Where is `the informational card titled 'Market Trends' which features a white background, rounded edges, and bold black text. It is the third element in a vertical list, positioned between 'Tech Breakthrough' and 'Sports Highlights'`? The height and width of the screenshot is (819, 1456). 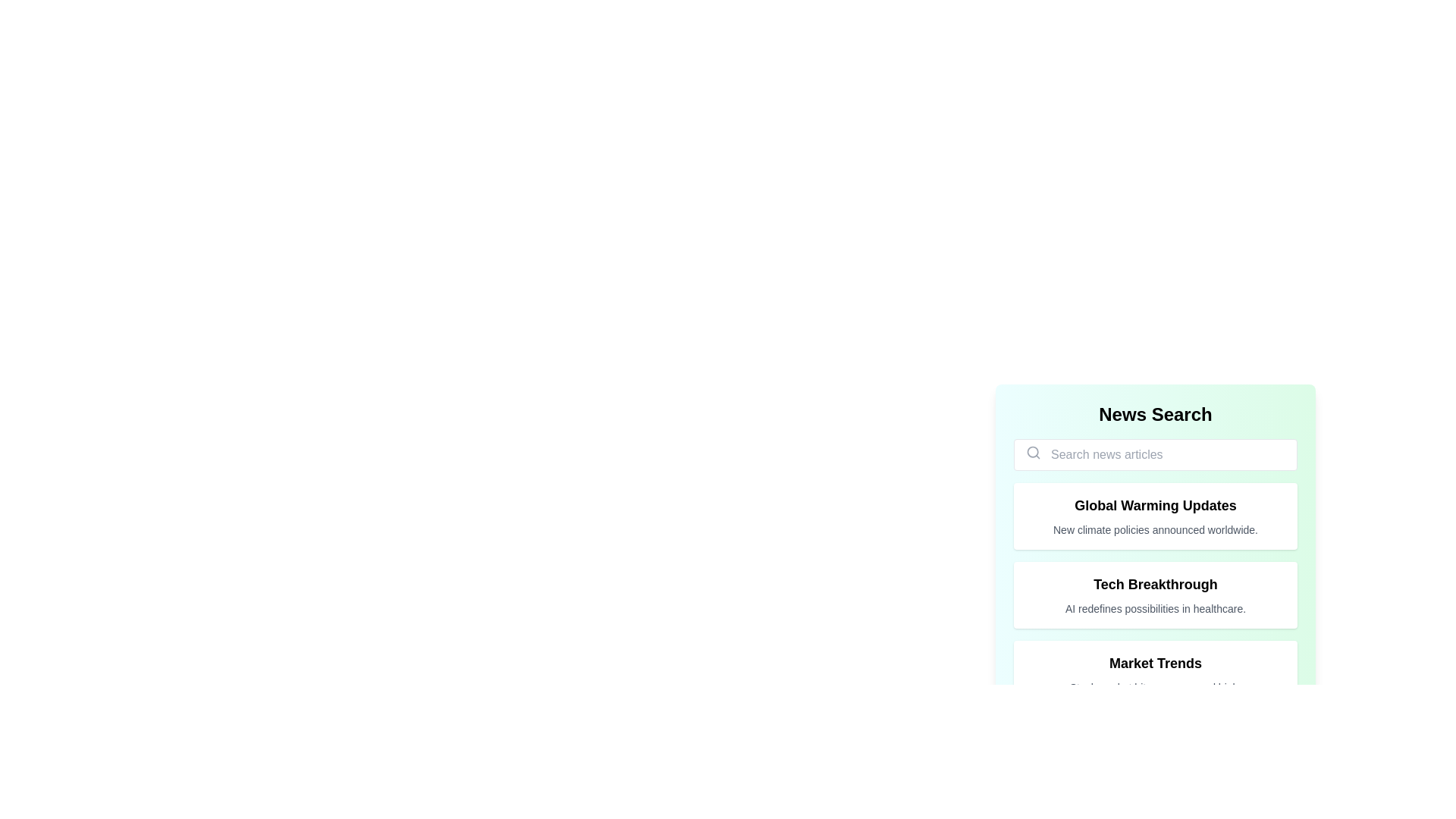
the informational card titled 'Market Trends' which features a white background, rounded edges, and bold black text. It is the third element in a vertical list, positioned between 'Tech Breakthrough' and 'Sports Highlights' is located at coordinates (1154, 673).